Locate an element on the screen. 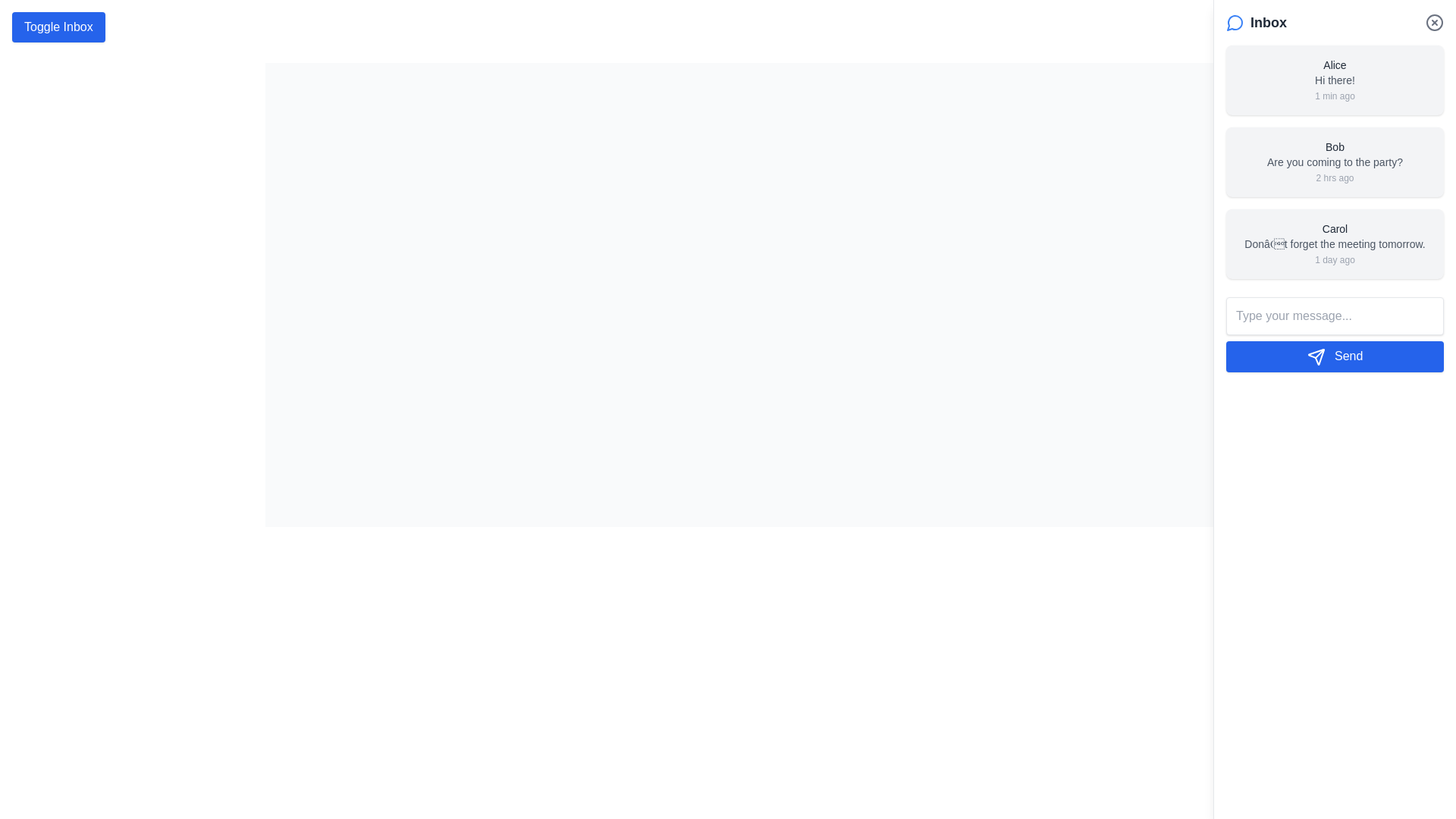 This screenshot has width=1456, height=819. the static text label indicating the sender of the first message in the inbox panel, located at the top of its message block above the text 'Hi there!' and timestamp '1 min ago' is located at coordinates (1335, 64).